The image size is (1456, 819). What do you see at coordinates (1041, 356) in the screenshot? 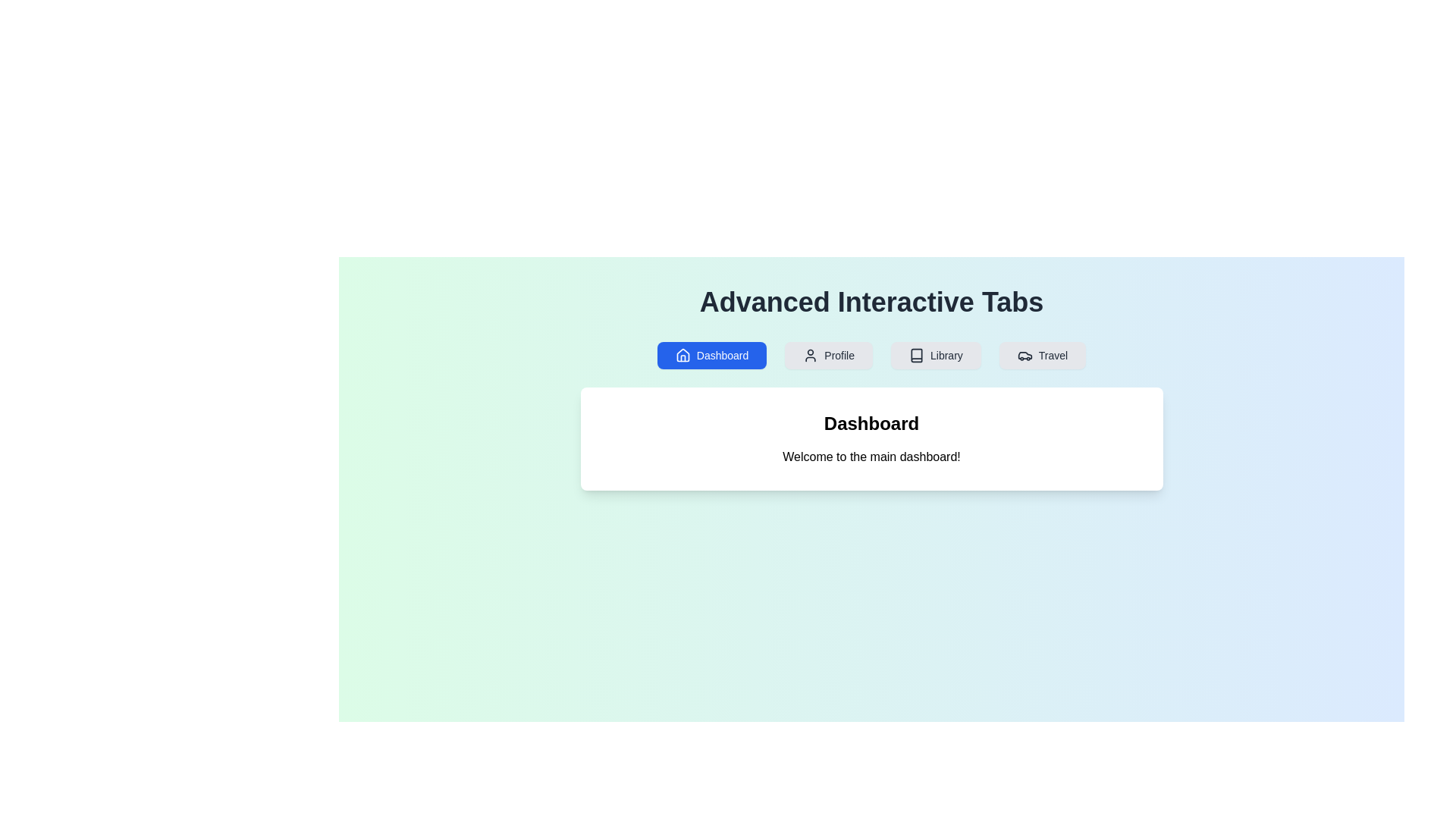
I see `the 'Travel' button, which is a rectangular button with a car icon and the text 'Travel', located at the right-most position of the navigation buttons` at bounding box center [1041, 356].